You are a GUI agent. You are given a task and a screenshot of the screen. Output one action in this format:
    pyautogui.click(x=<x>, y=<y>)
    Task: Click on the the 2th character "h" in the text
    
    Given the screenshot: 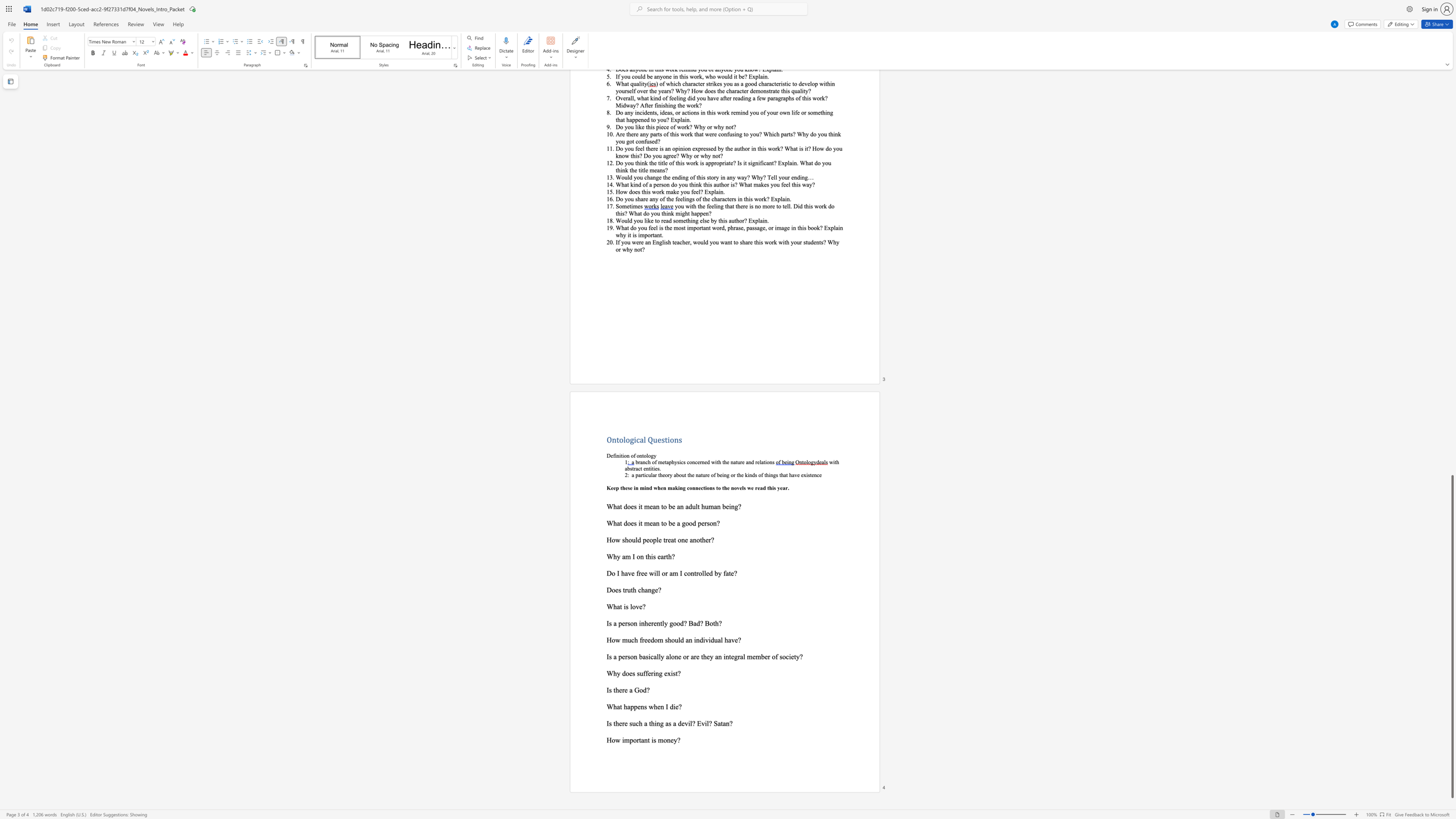 What is the action you would take?
    pyautogui.click(x=658, y=487)
    